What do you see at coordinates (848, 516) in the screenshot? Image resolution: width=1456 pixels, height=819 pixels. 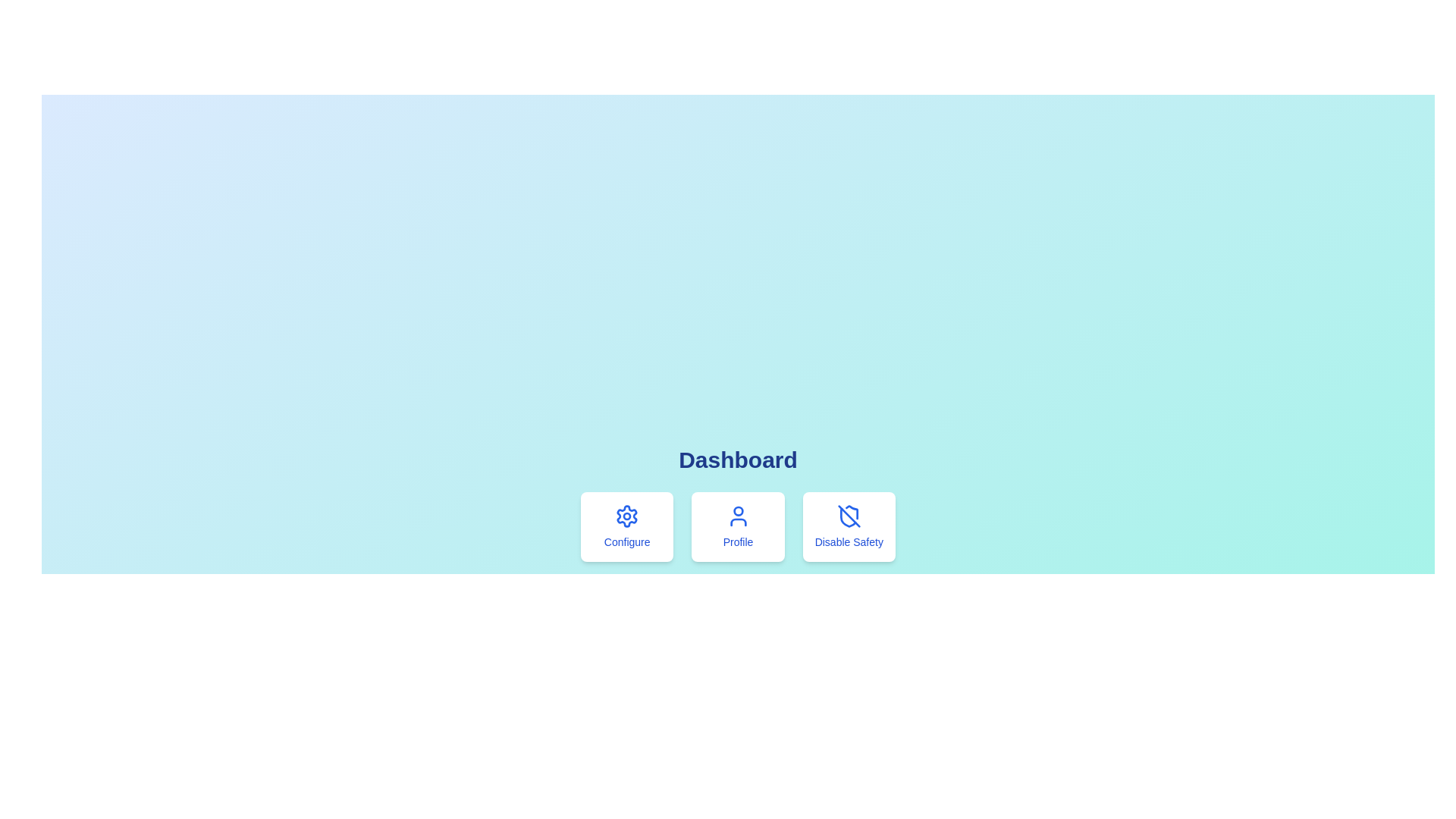 I see `the 'Disable Safety' icon, which is the third card in the row below the 'Dashboard' heading, indicating the action to disable a safety feature` at bounding box center [848, 516].